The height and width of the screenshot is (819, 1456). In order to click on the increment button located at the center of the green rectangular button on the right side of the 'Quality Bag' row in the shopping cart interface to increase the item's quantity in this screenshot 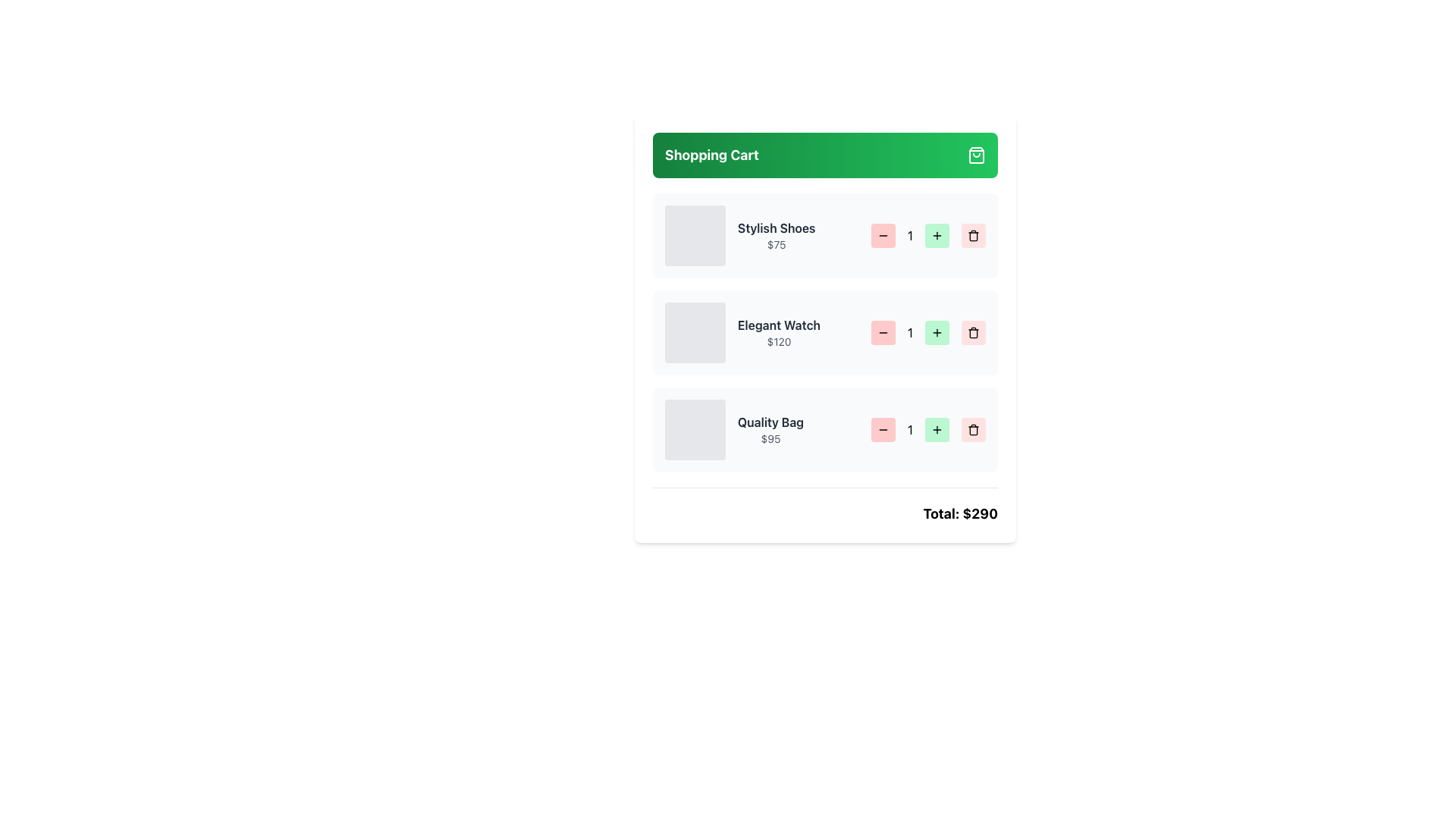, I will do `click(937, 430)`.